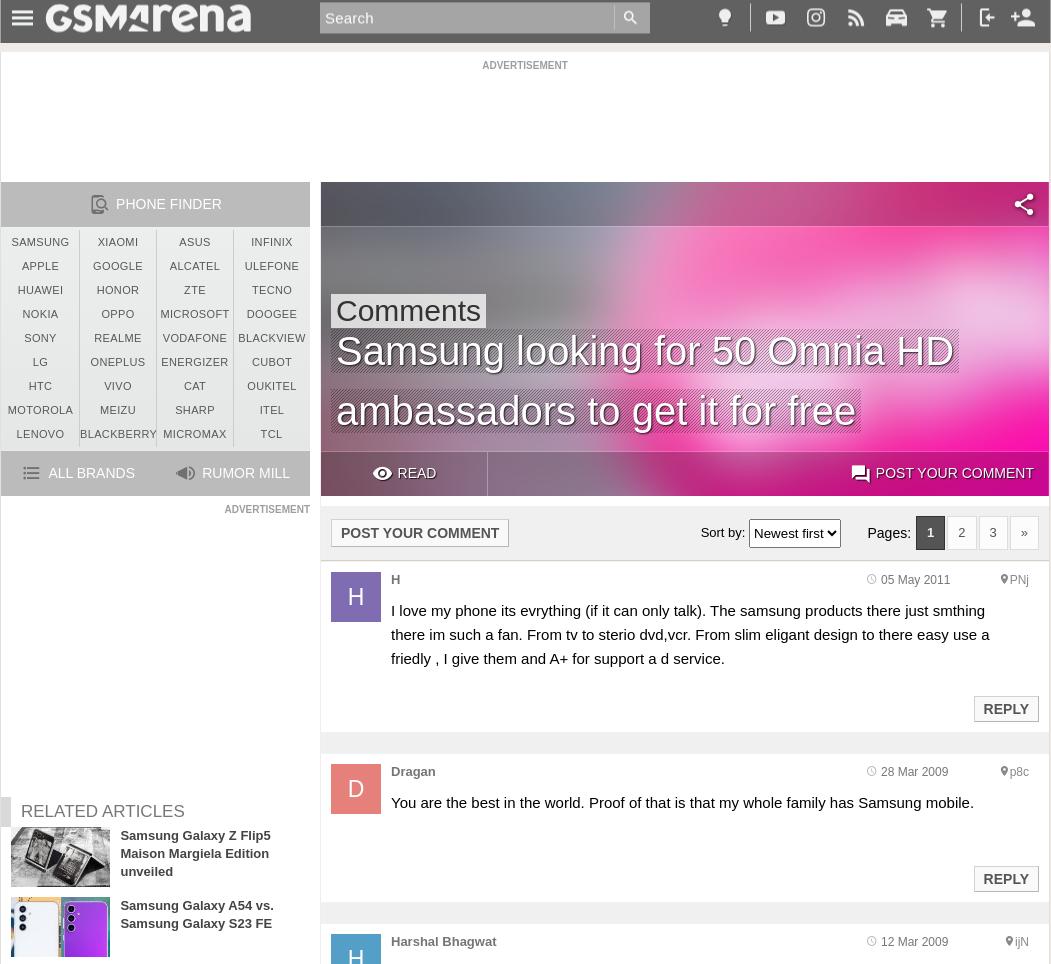 This screenshot has width=1051, height=964. I want to click on 'Xiaomi', so click(117, 241).